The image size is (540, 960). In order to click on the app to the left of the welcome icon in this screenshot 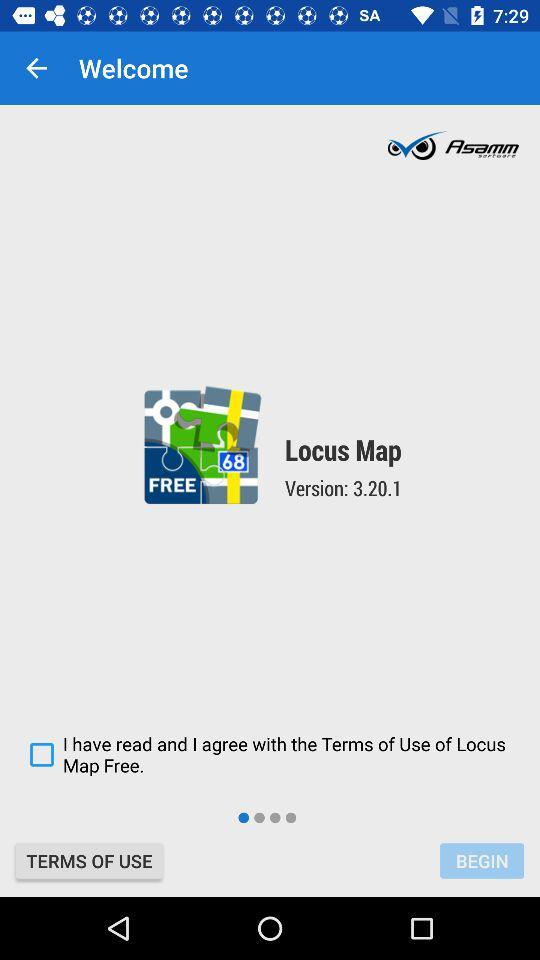, I will do `click(36, 68)`.